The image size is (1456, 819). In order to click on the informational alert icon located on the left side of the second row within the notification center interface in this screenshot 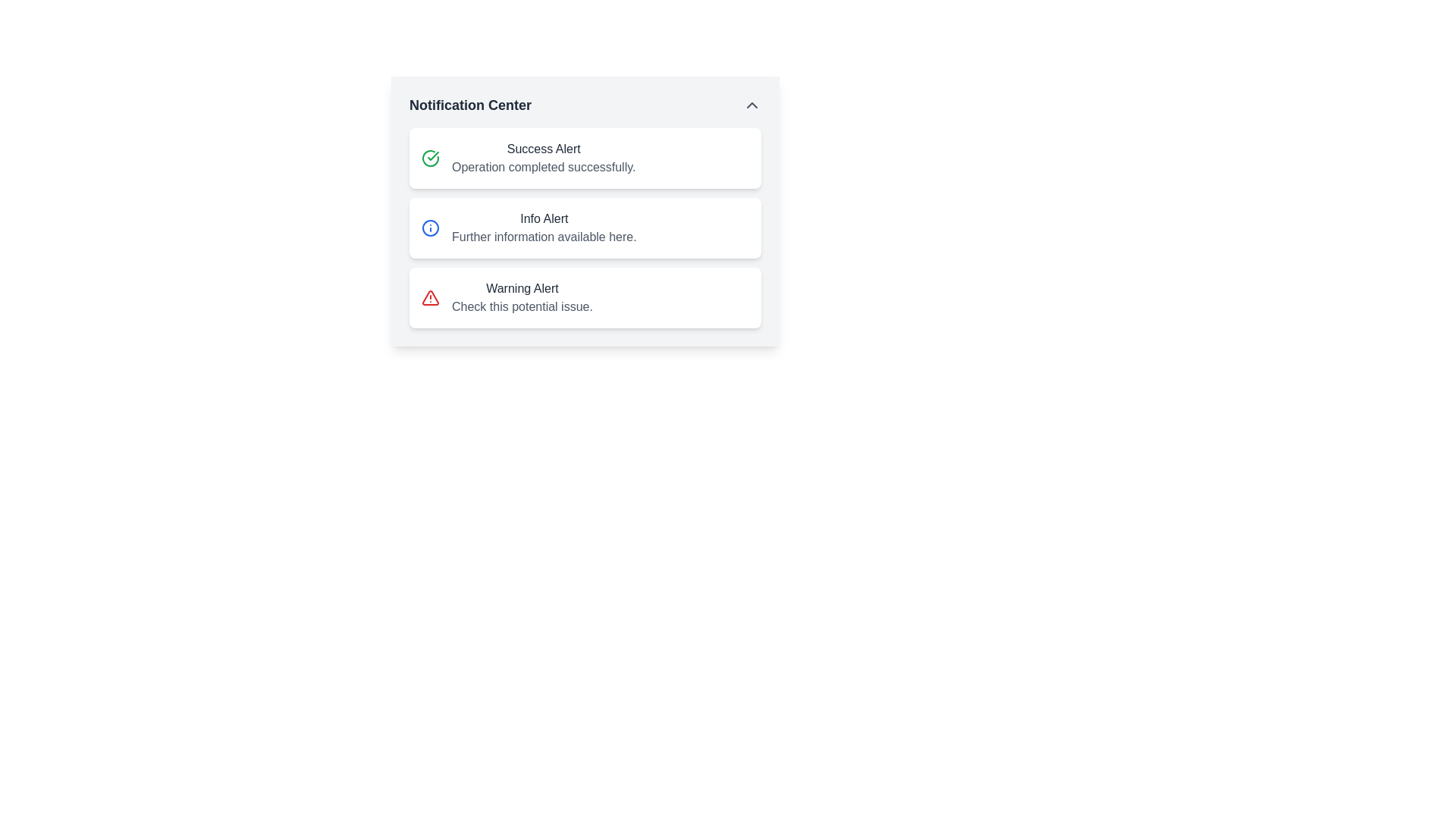, I will do `click(429, 227)`.